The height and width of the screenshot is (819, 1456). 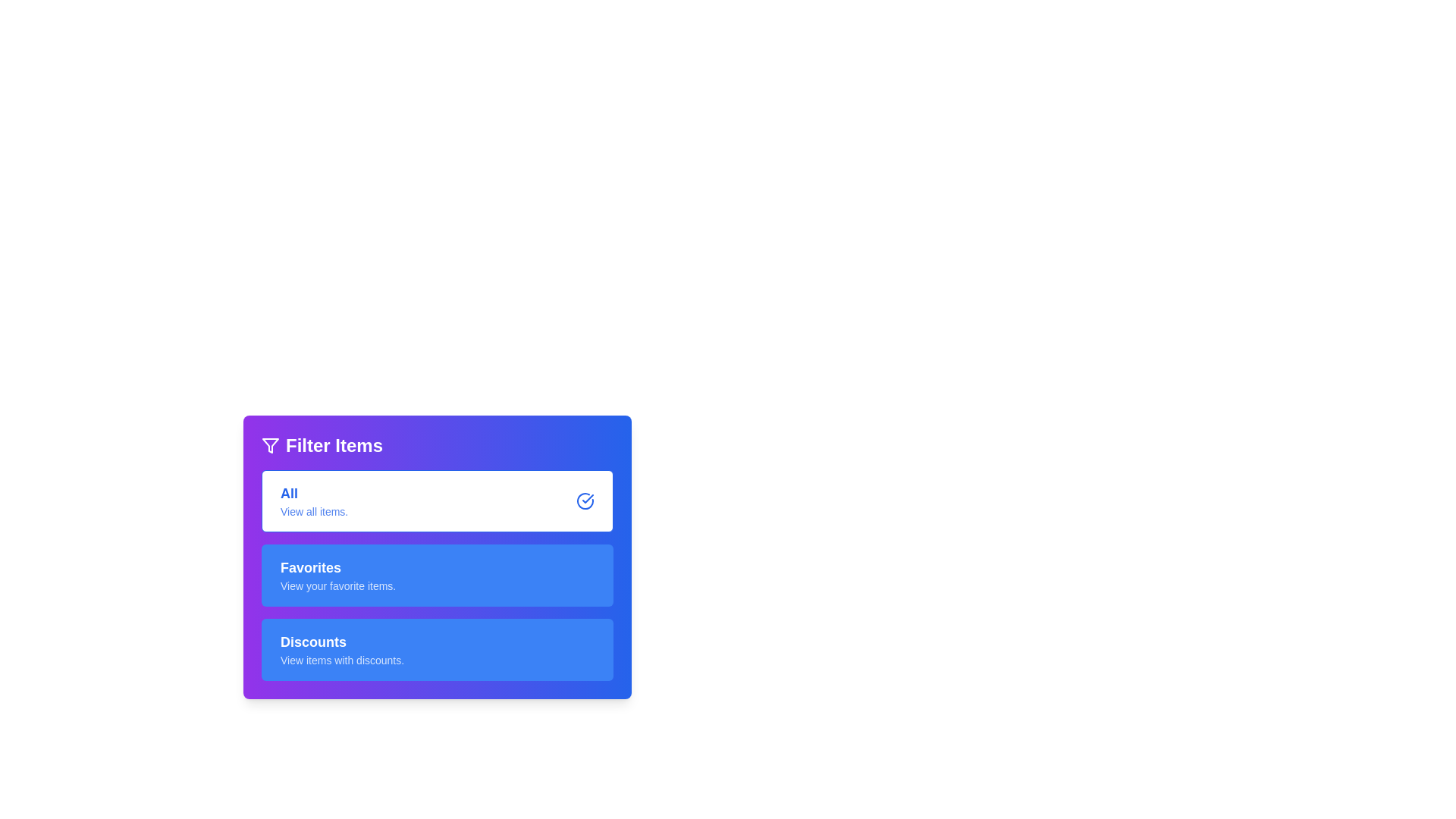 What do you see at coordinates (436, 578) in the screenshot?
I see `the filter button that shows only the user's favorite items, located below the 'All' section and above the 'Discounts' section in the filter interface` at bounding box center [436, 578].